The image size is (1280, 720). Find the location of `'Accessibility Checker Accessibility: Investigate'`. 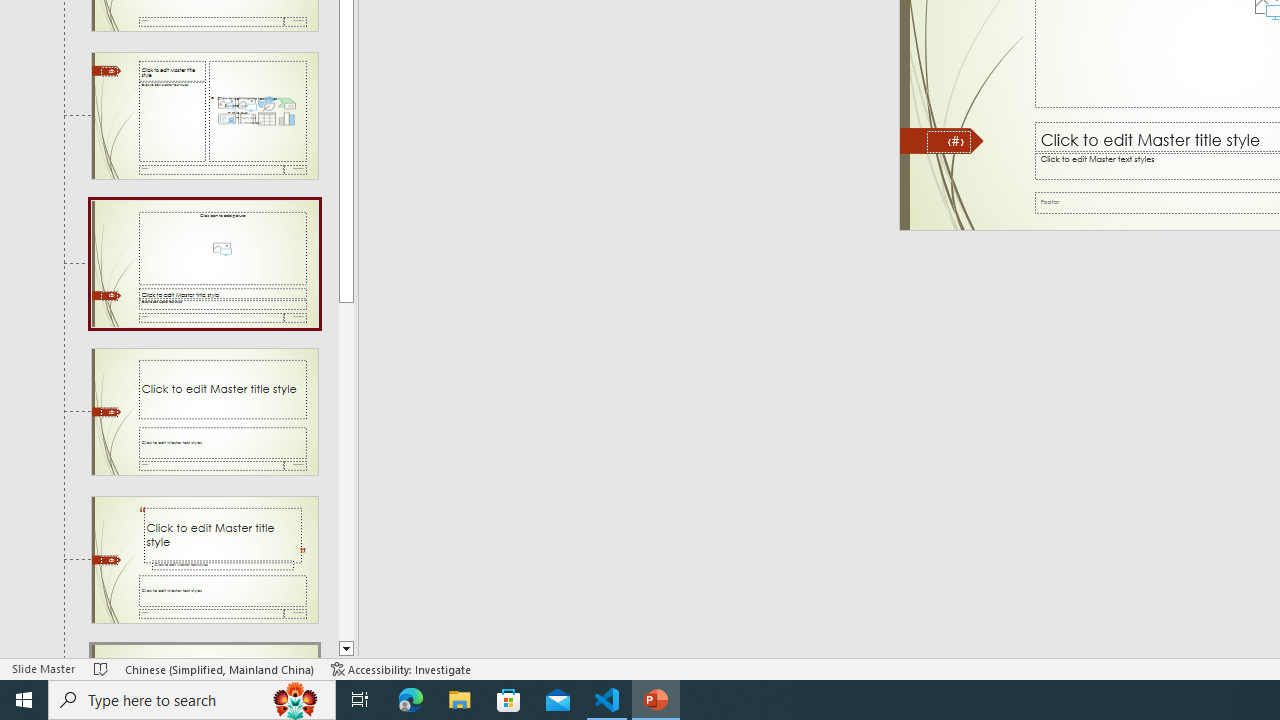

'Accessibility Checker Accessibility: Investigate' is located at coordinates (400, 669).